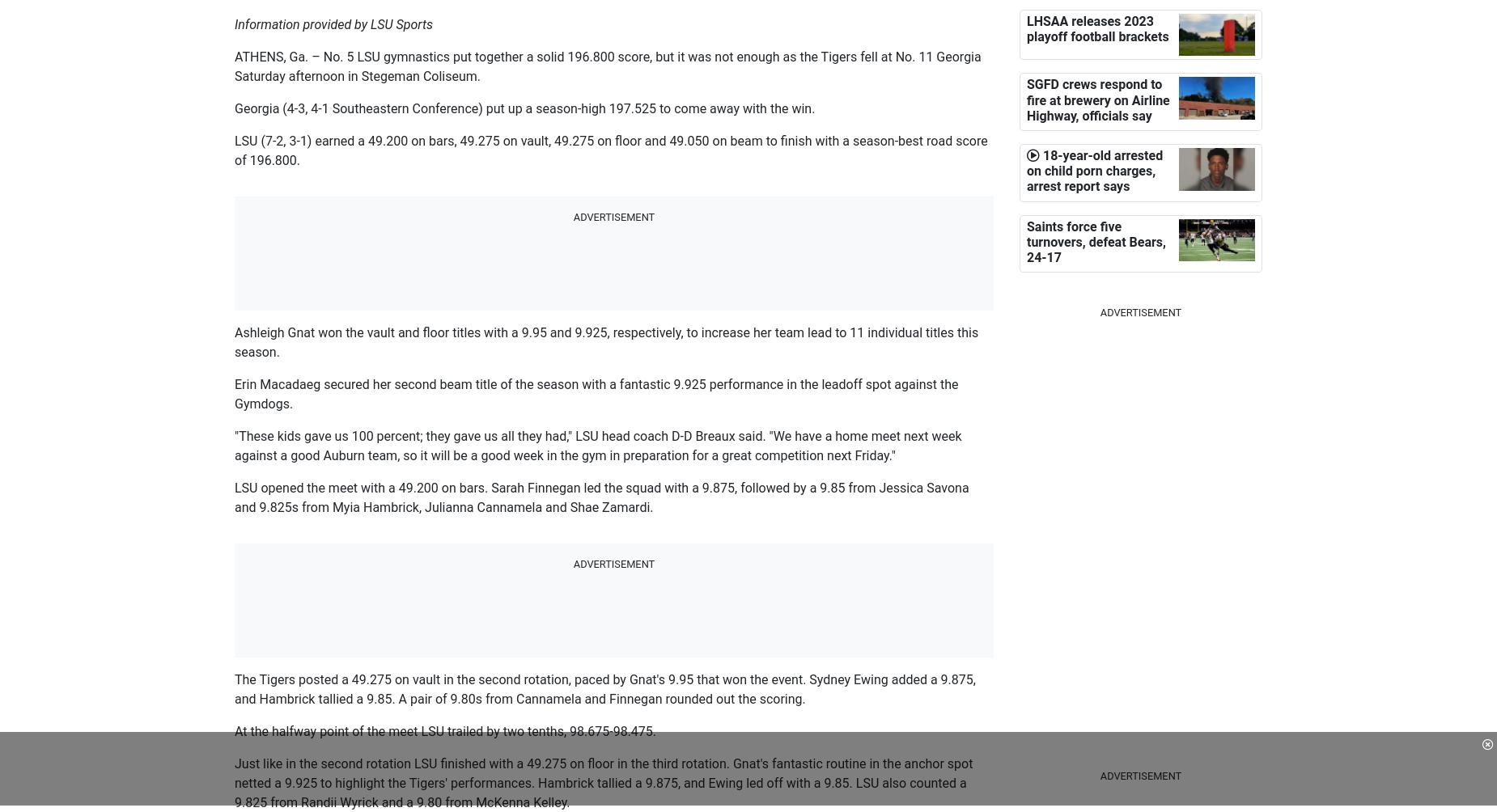 Image resolution: width=1497 pixels, height=812 pixels. Describe the element at coordinates (1025, 99) in the screenshot. I see `'SGFD crews respond to fire at brewery on Airline Highway, officials say'` at that location.